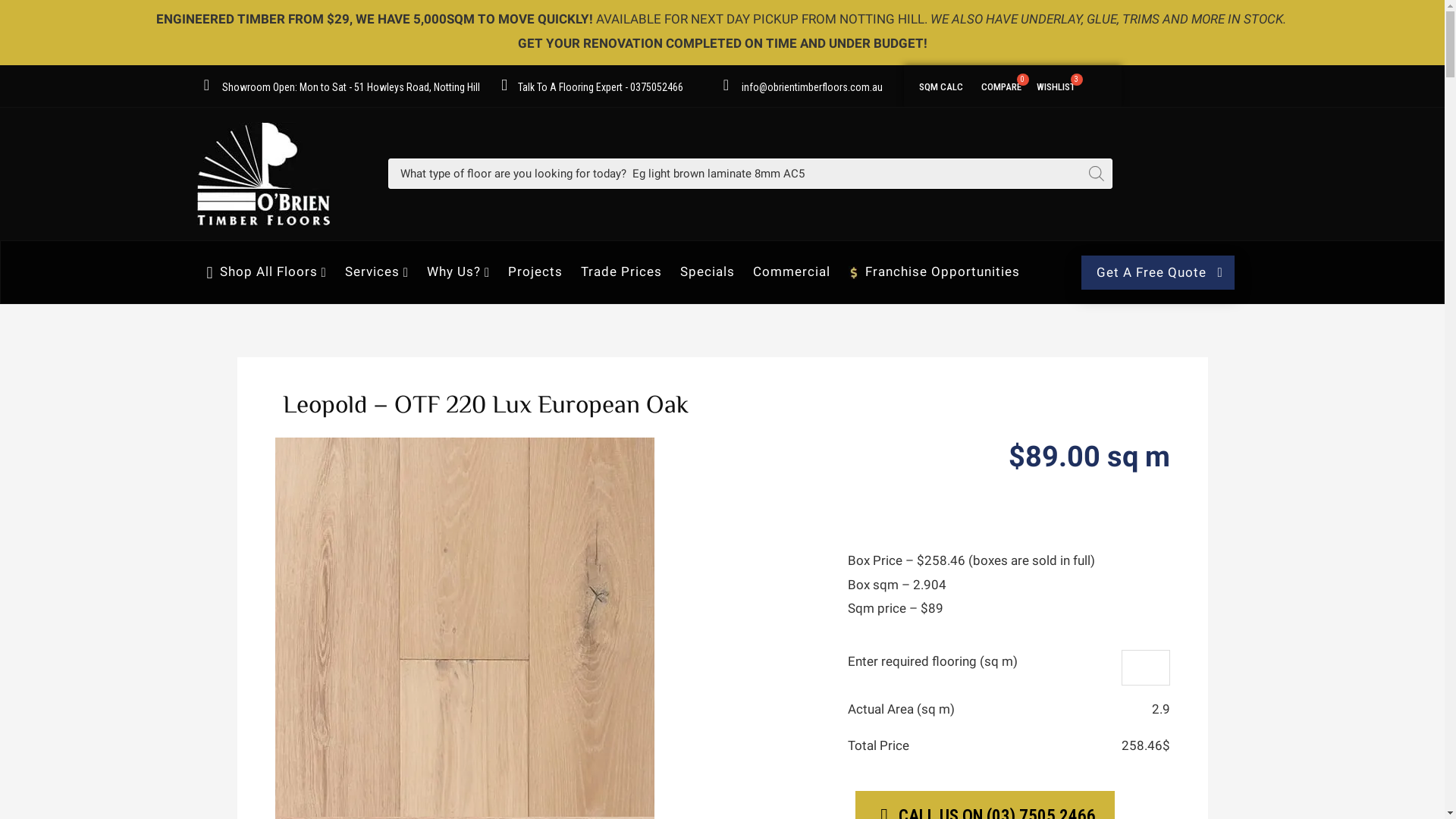  What do you see at coordinates (934, 271) in the screenshot?
I see `'Franchise Opportunities'` at bounding box center [934, 271].